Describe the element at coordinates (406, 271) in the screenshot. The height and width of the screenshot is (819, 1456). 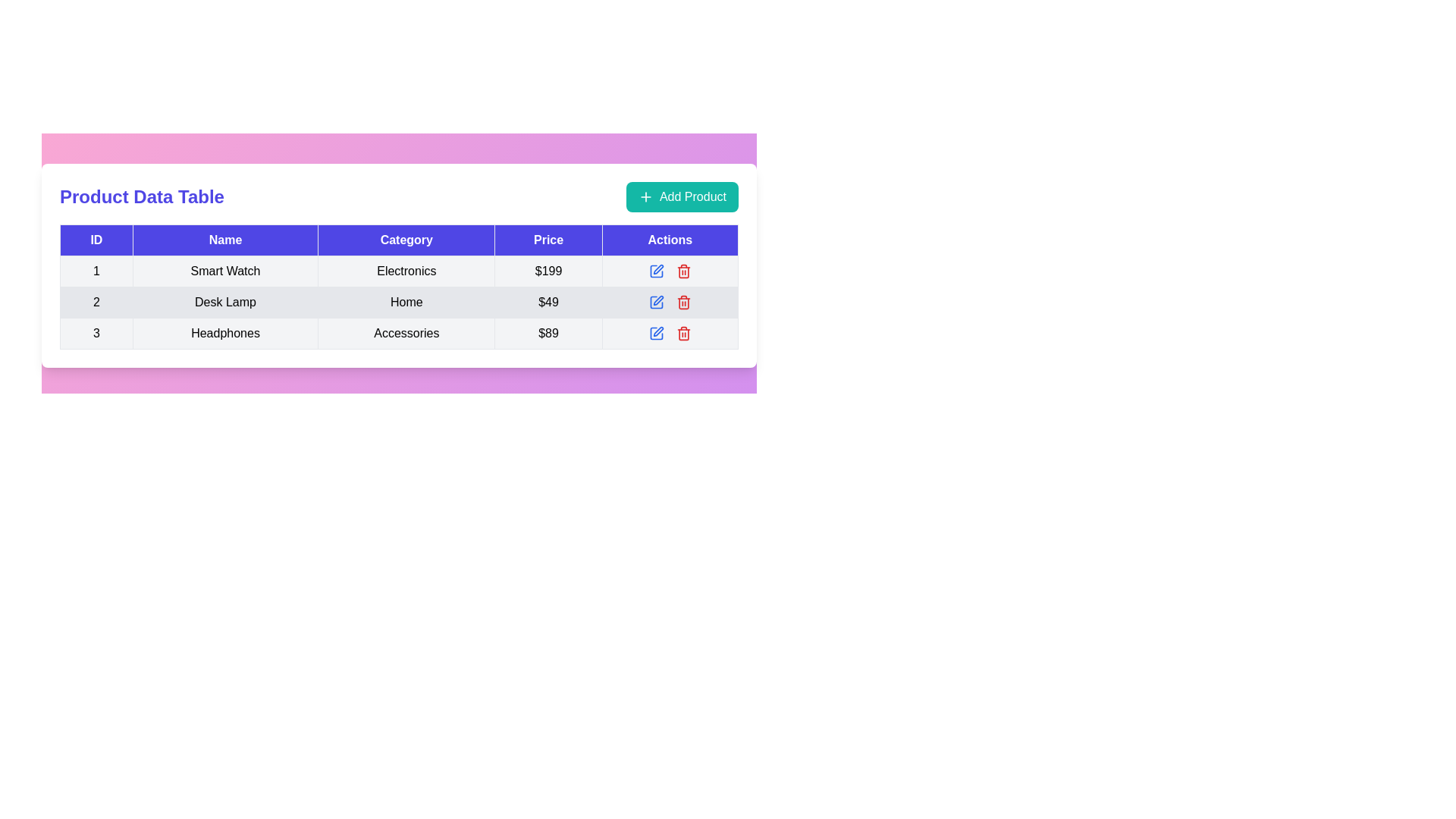
I see `the table cell displaying 'Electronics' in the 'Category' column of the first row` at that location.